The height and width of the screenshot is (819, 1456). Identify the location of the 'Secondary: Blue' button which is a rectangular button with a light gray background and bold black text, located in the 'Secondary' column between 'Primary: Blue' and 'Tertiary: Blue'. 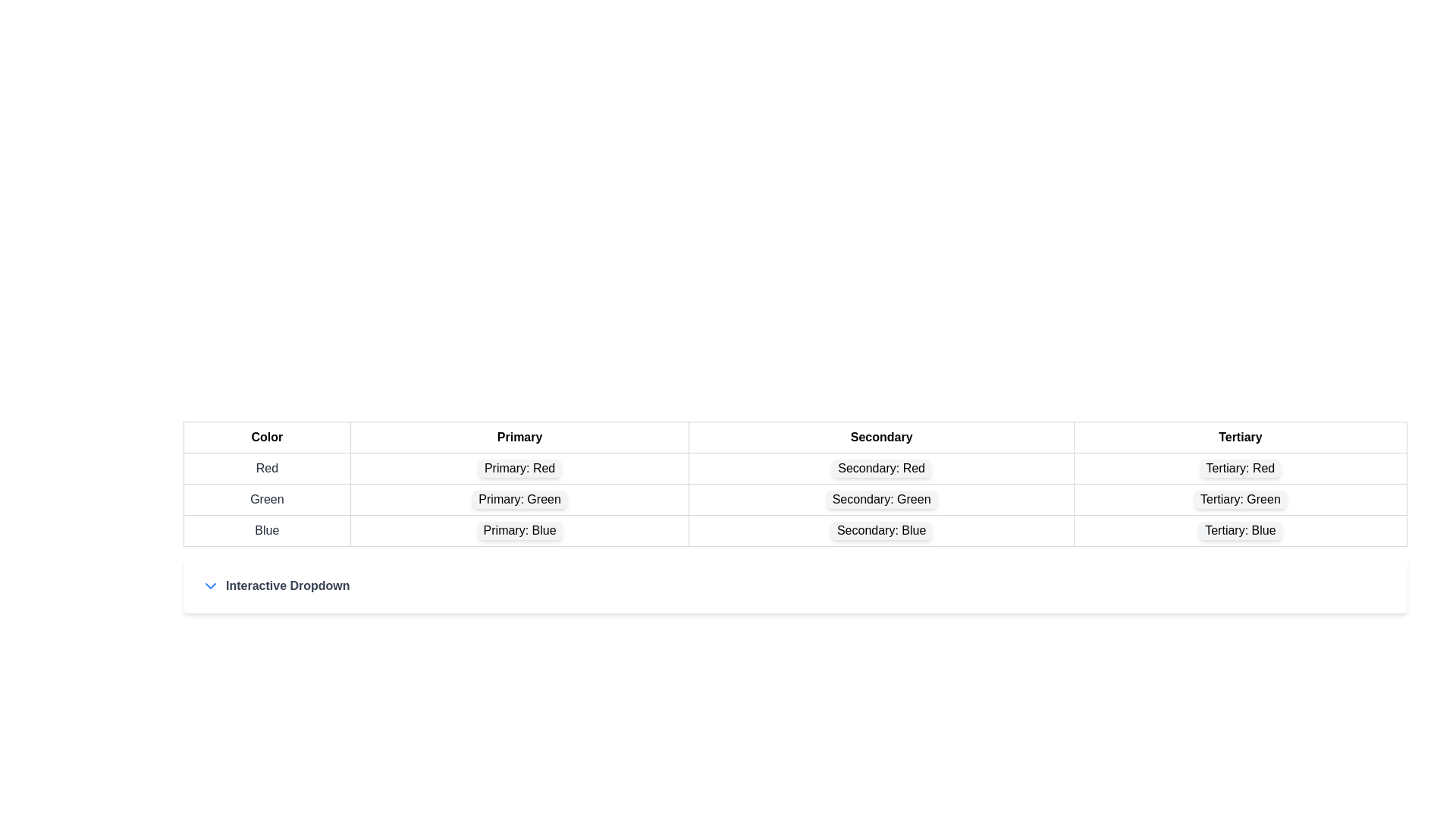
(881, 529).